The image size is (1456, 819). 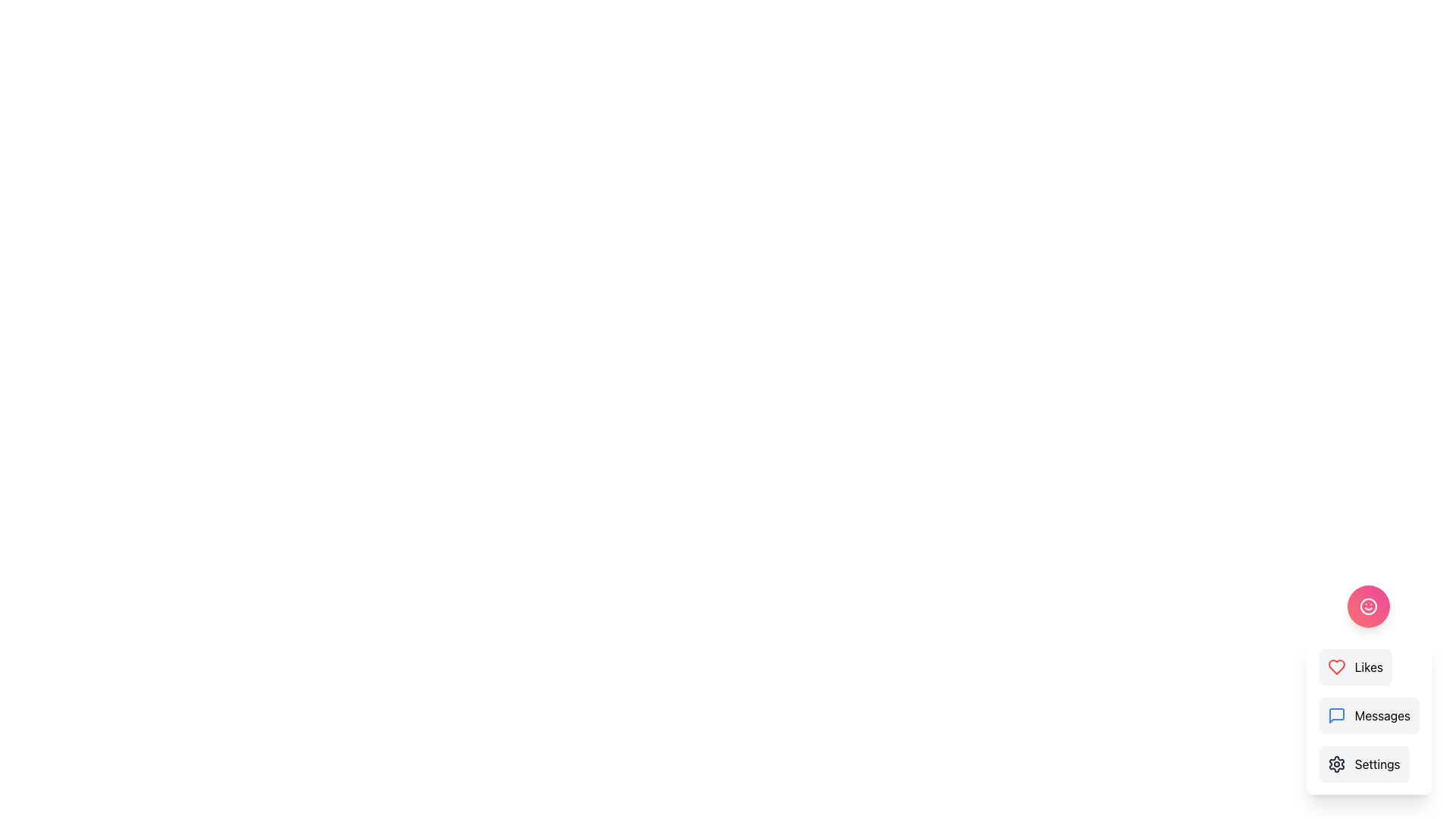 What do you see at coordinates (1369, 605) in the screenshot?
I see `the circular button with a vibrant gradient background and a white smiley face icon` at bounding box center [1369, 605].